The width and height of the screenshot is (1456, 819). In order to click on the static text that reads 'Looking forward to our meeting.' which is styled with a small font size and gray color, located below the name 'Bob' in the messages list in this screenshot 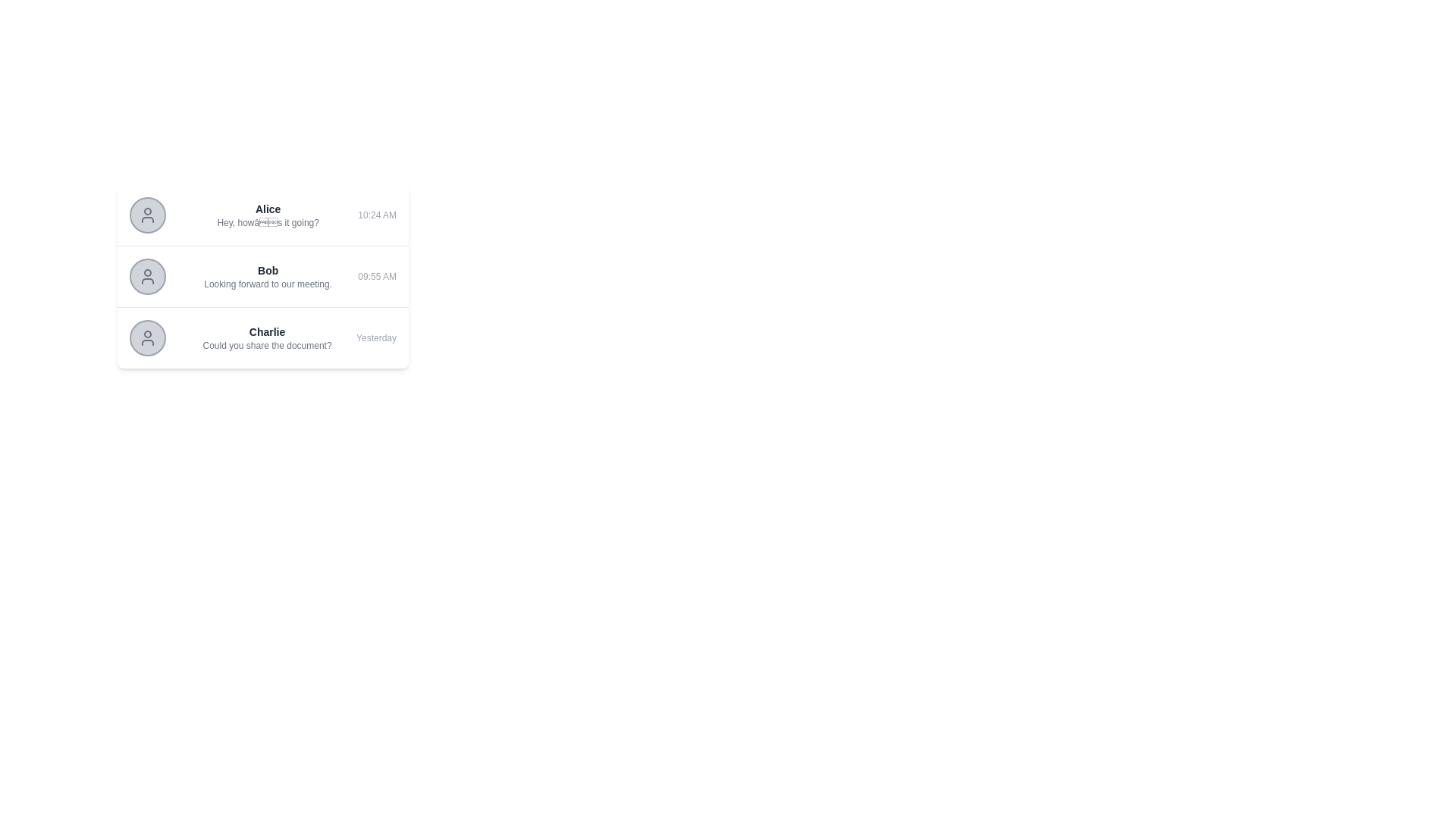, I will do `click(268, 284)`.